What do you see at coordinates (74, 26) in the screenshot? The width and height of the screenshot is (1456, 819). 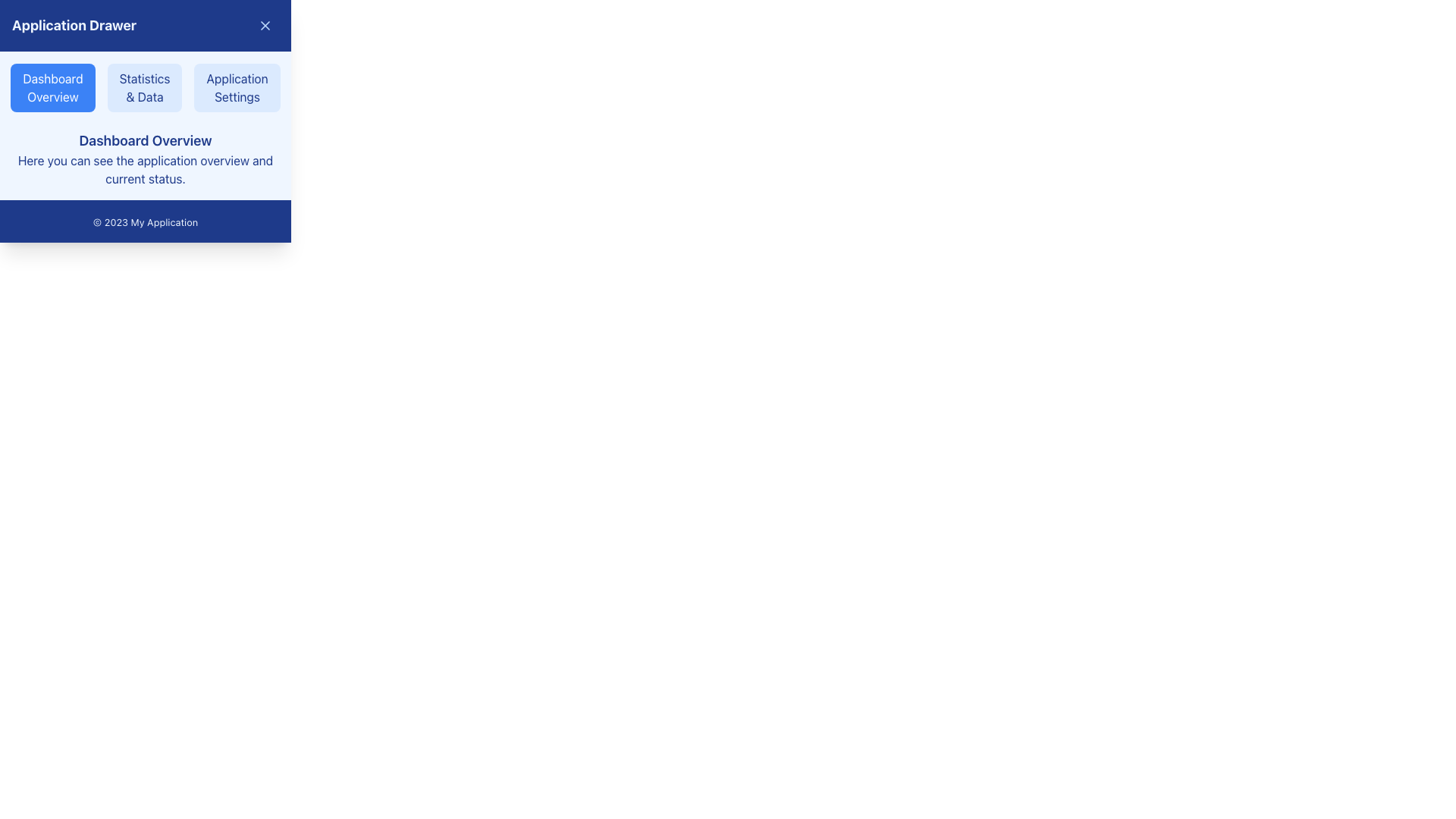 I see `the static text label that serves as the title of the section within a blue horizontal header bar, located near the top left corner` at bounding box center [74, 26].